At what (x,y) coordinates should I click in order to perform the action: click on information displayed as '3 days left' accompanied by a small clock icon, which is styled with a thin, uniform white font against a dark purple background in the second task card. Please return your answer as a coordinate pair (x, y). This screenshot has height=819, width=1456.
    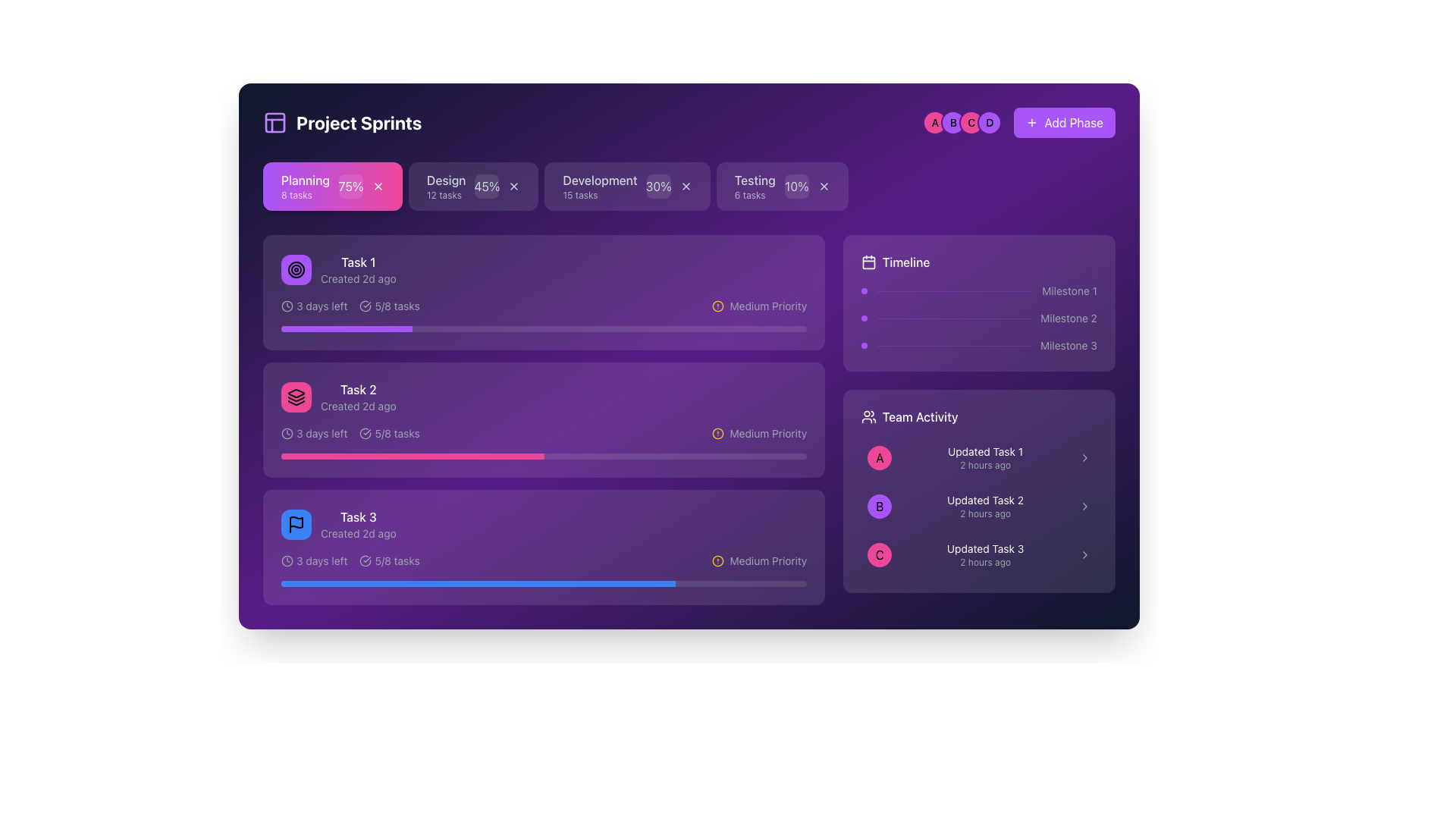
    Looking at the image, I should click on (313, 433).